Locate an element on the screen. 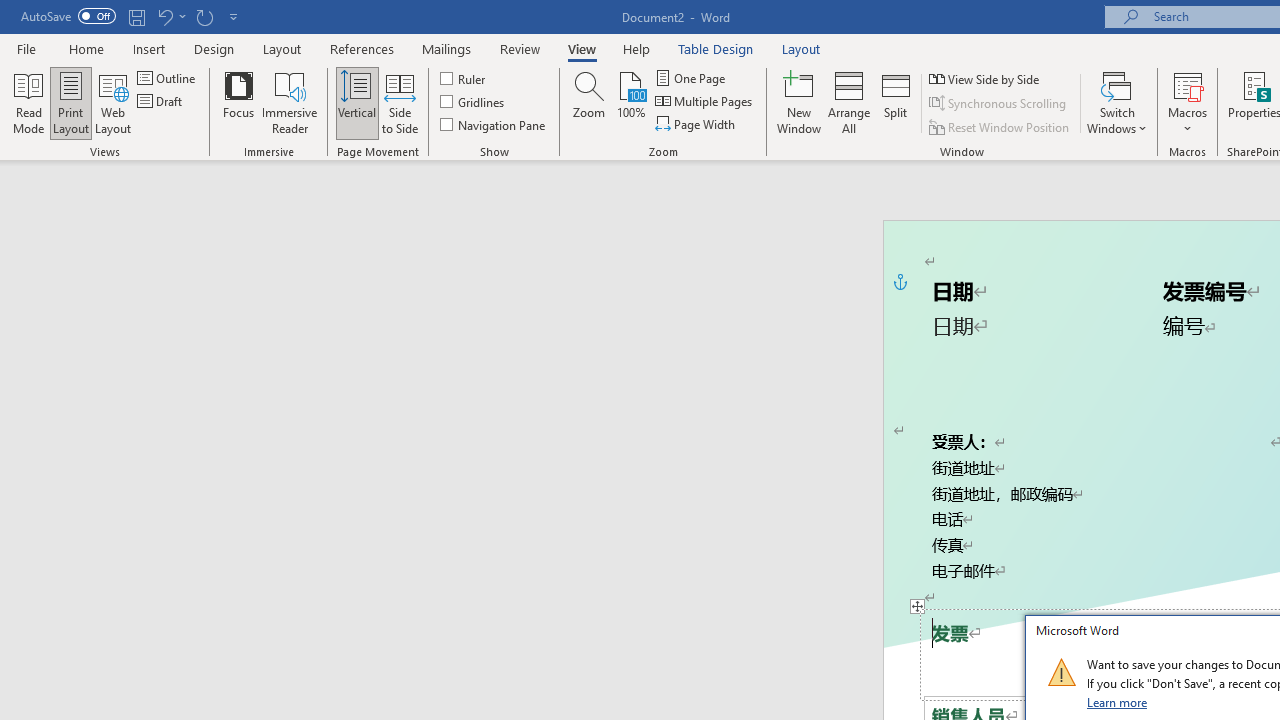  'Vertical' is located at coordinates (357, 103).